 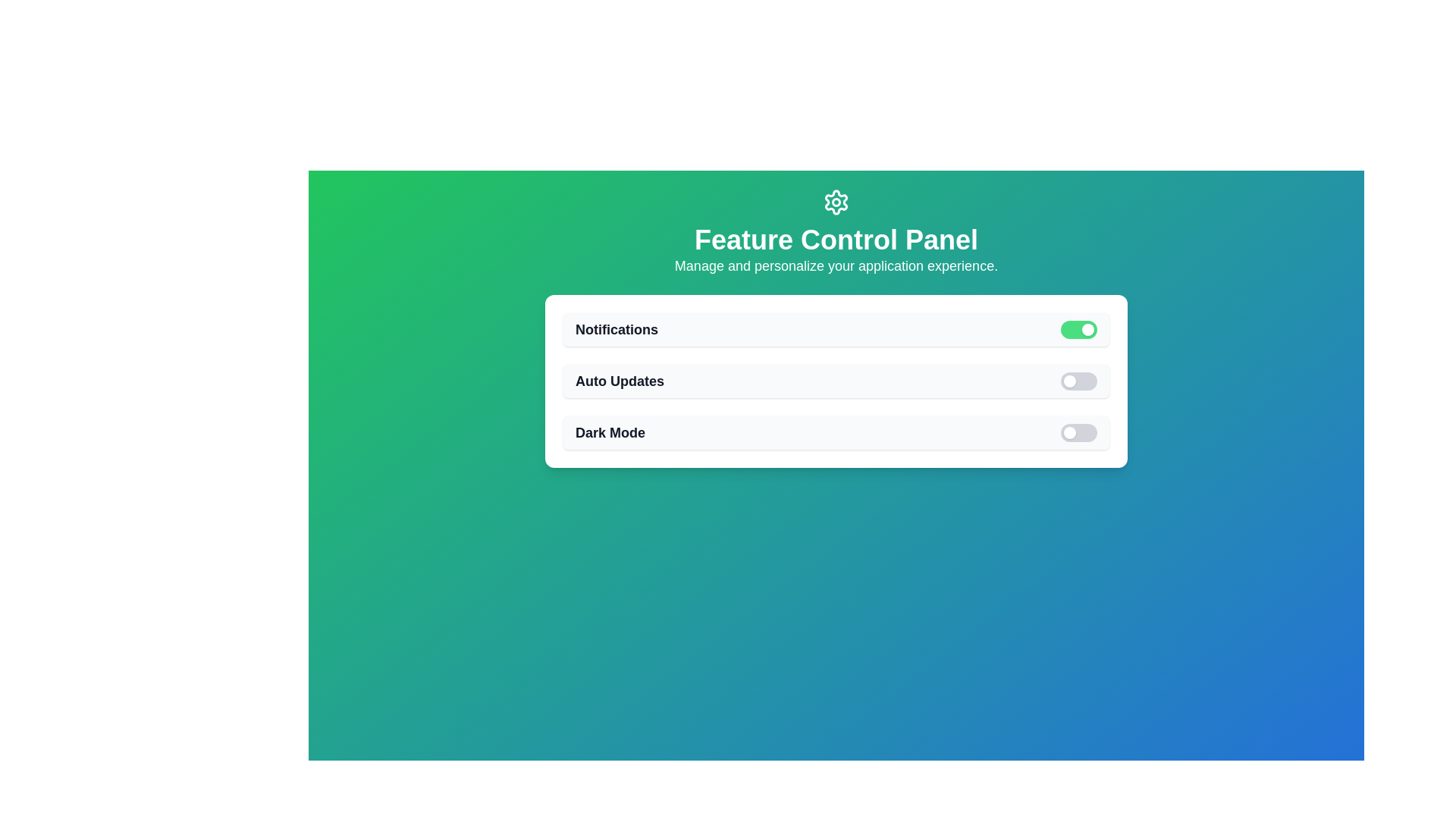 What do you see at coordinates (1078, 380) in the screenshot?
I see `the toggle switch for 'Auto Updates' feature located in the second row of the control panel` at bounding box center [1078, 380].